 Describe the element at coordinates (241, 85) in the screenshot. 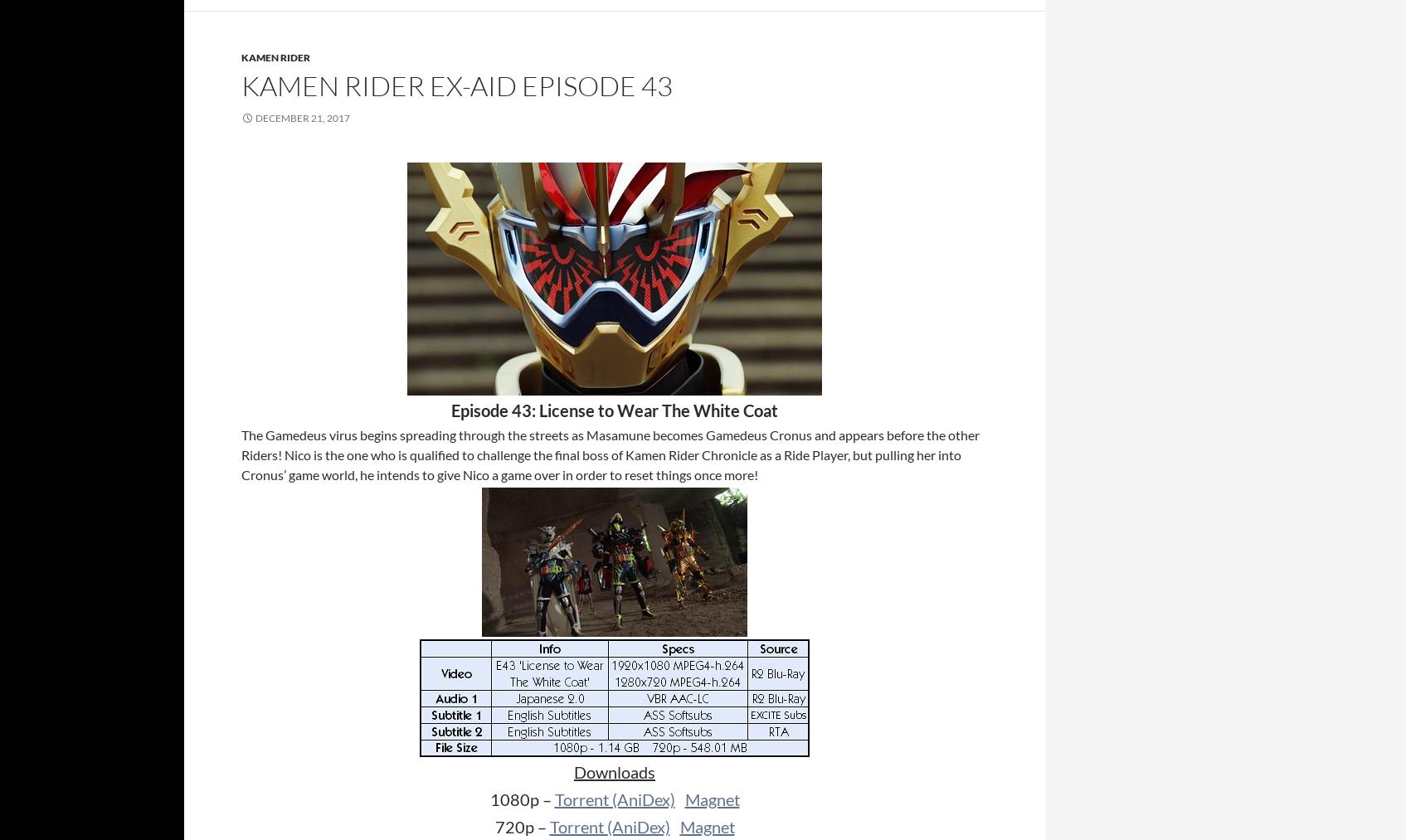

I see `'Kamen Rider Ex-Aid Episode 43'` at that location.